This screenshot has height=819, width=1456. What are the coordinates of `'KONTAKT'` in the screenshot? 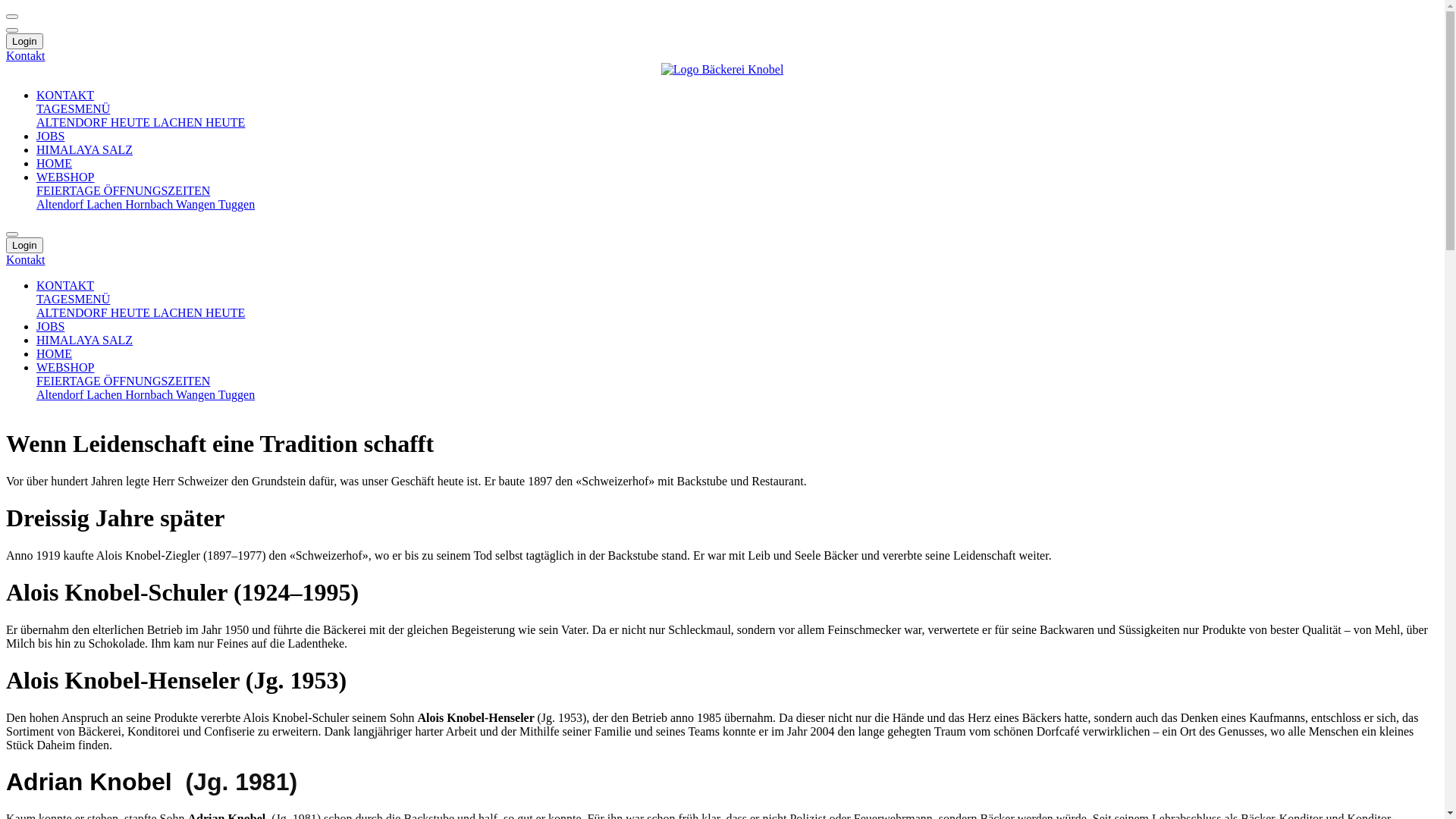 It's located at (64, 95).